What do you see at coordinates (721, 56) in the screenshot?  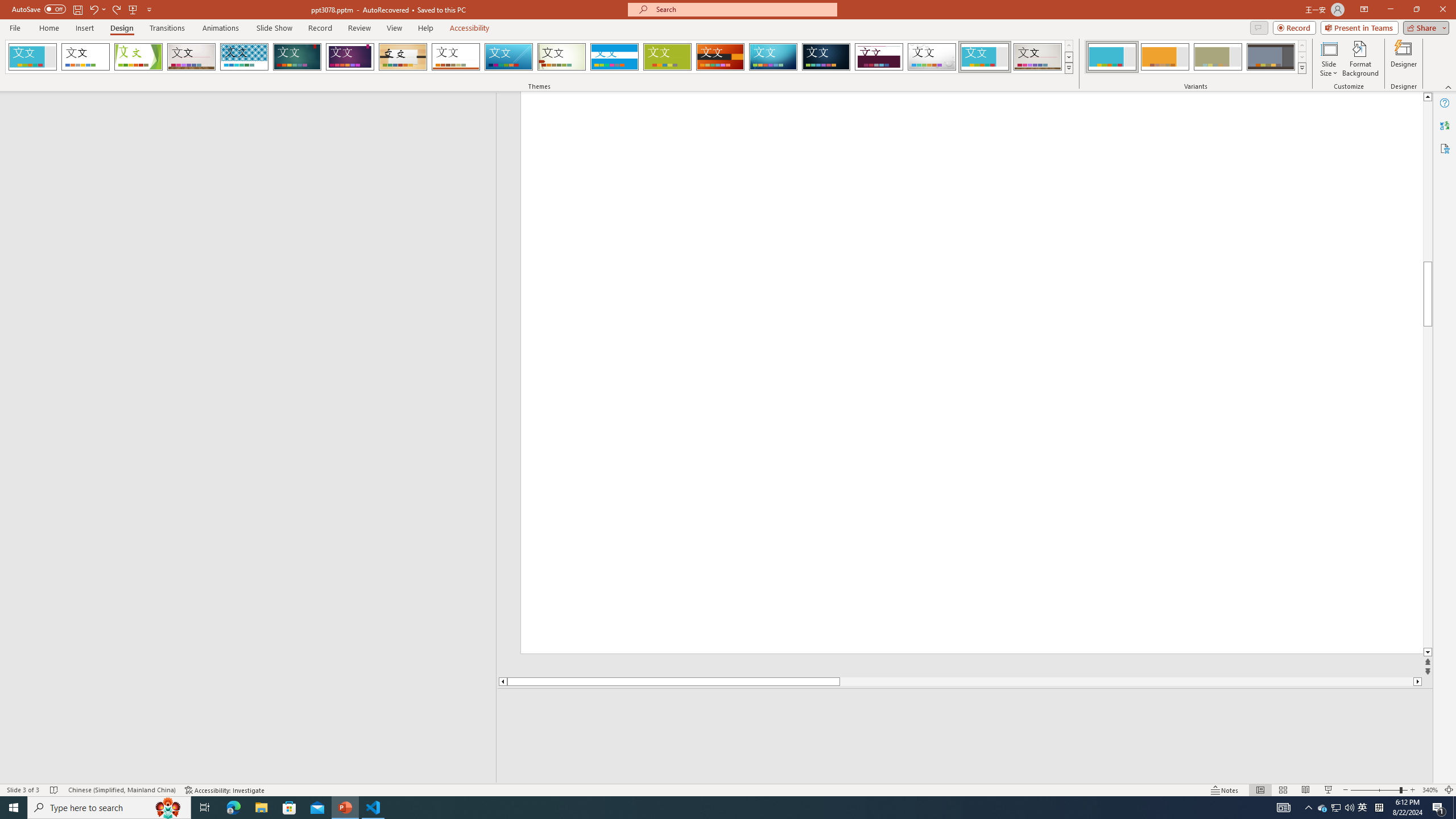 I see `'Berlin'` at bounding box center [721, 56].